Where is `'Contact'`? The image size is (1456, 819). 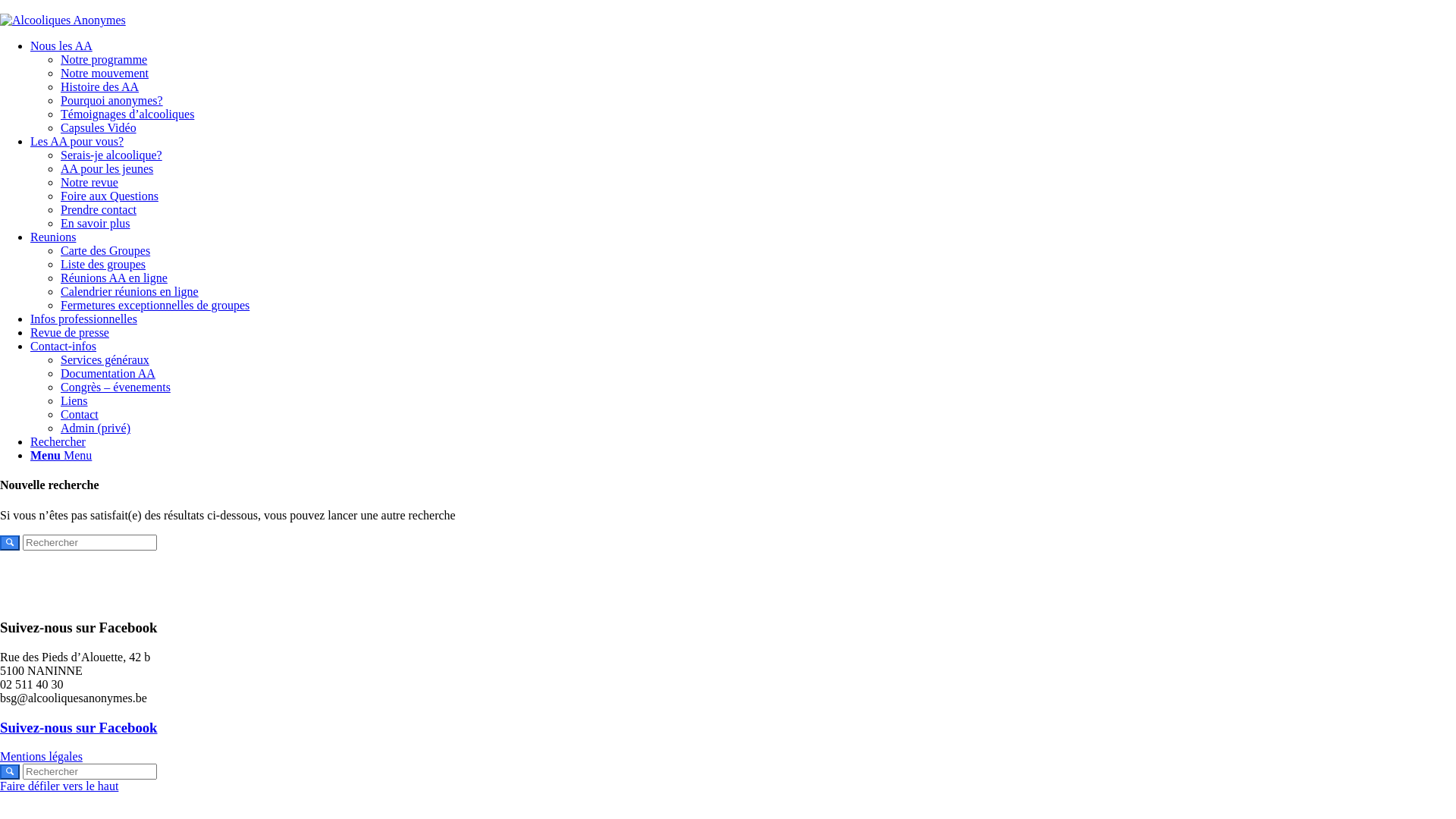 'Contact' is located at coordinates (79, 414).